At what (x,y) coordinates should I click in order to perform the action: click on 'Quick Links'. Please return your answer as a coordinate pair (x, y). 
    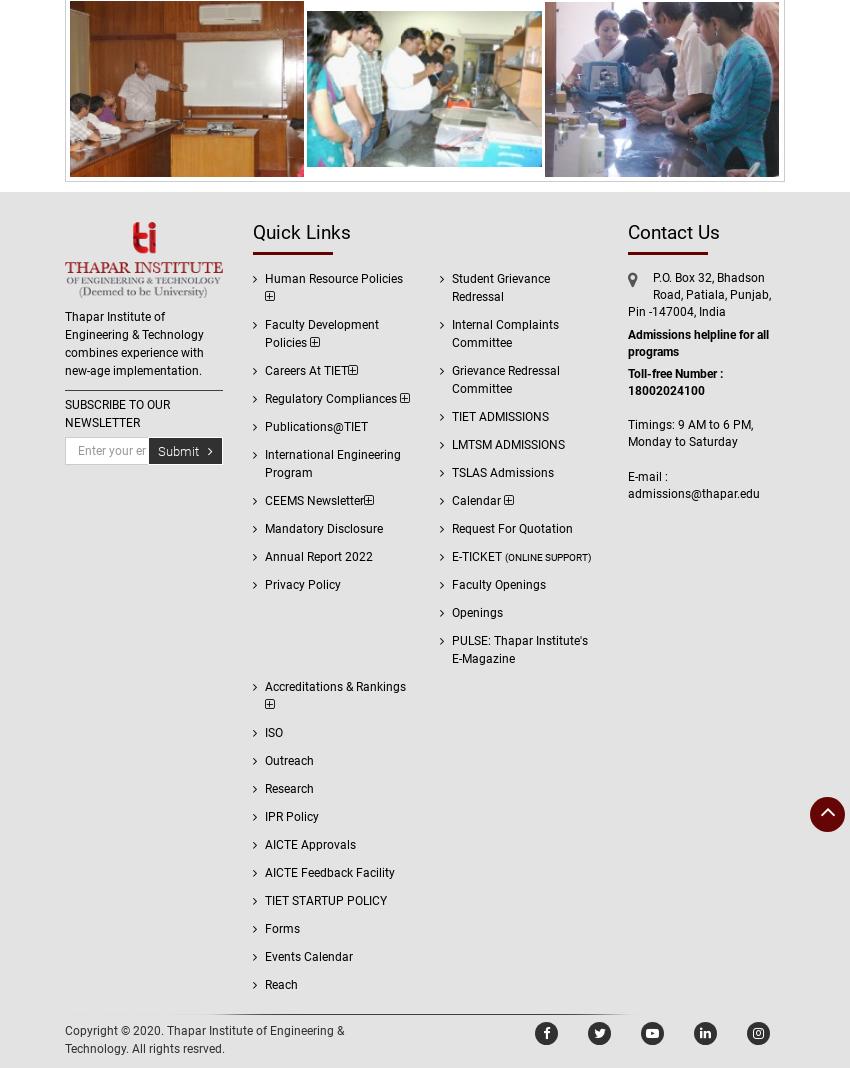
    Looking at the image, I should click on (300, 232).